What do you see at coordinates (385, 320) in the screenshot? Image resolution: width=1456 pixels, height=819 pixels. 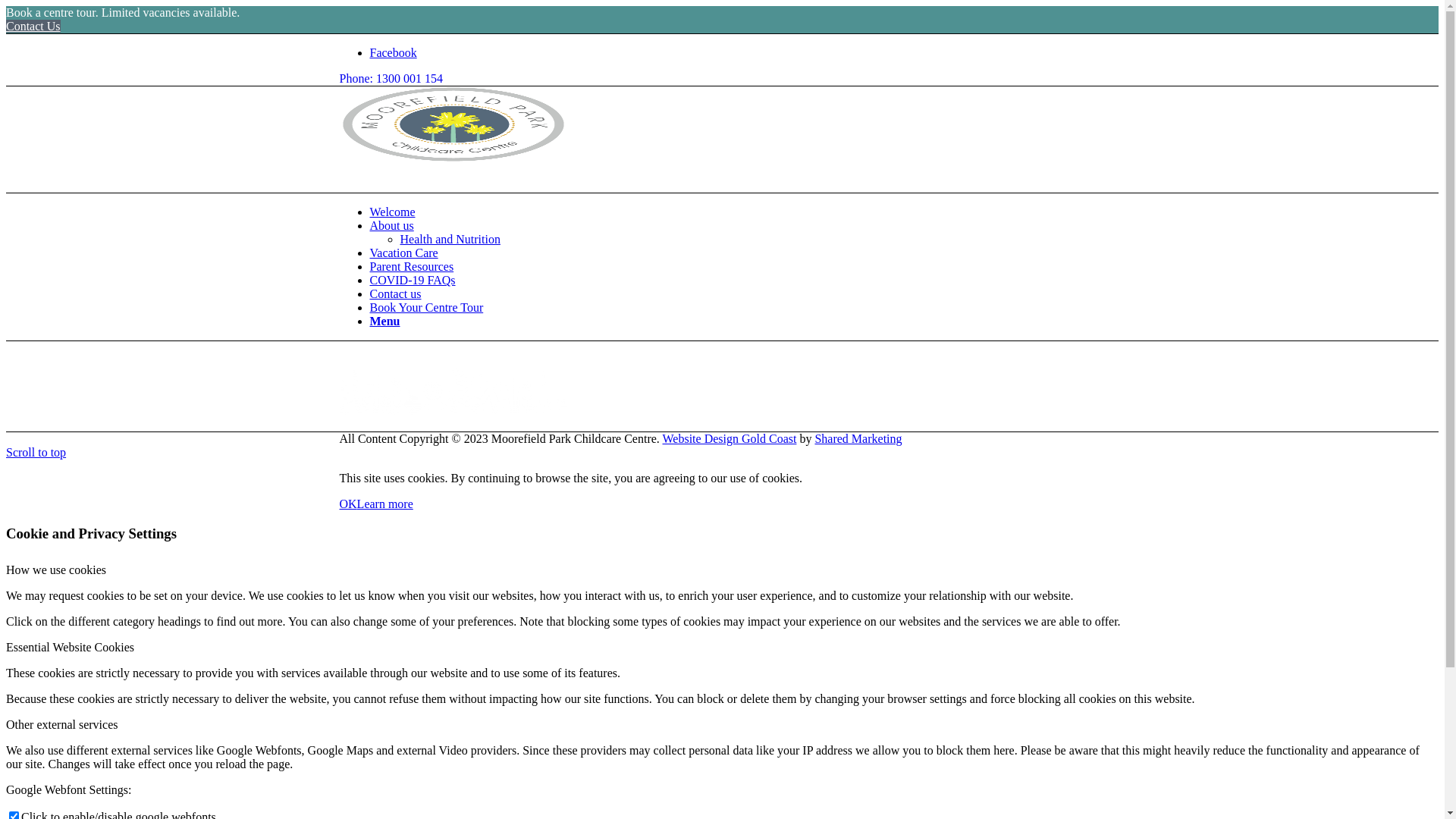 I see `'Menu'` at bounding box center [385, 320].